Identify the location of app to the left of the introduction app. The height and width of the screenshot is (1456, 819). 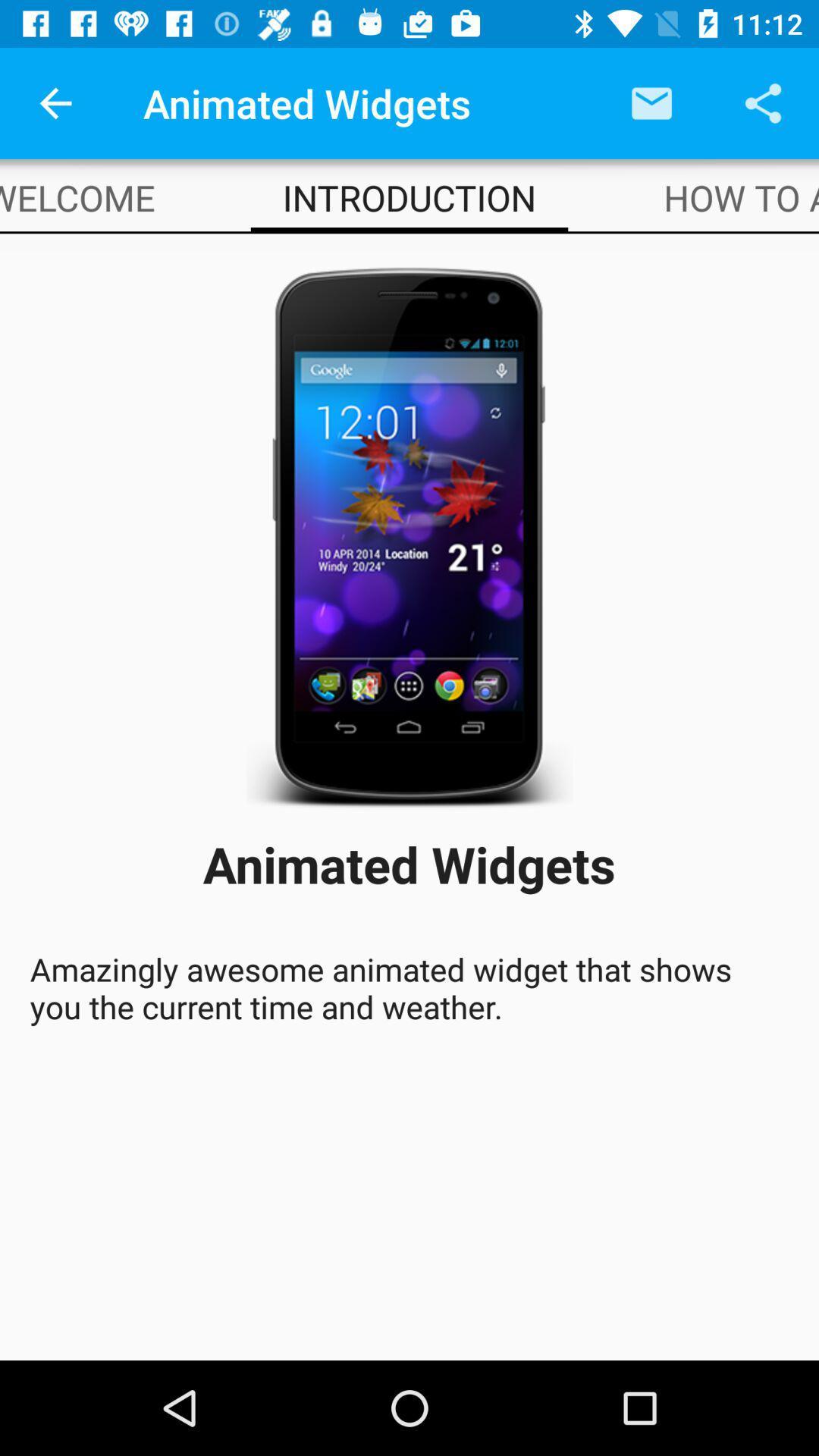
(77, 196).